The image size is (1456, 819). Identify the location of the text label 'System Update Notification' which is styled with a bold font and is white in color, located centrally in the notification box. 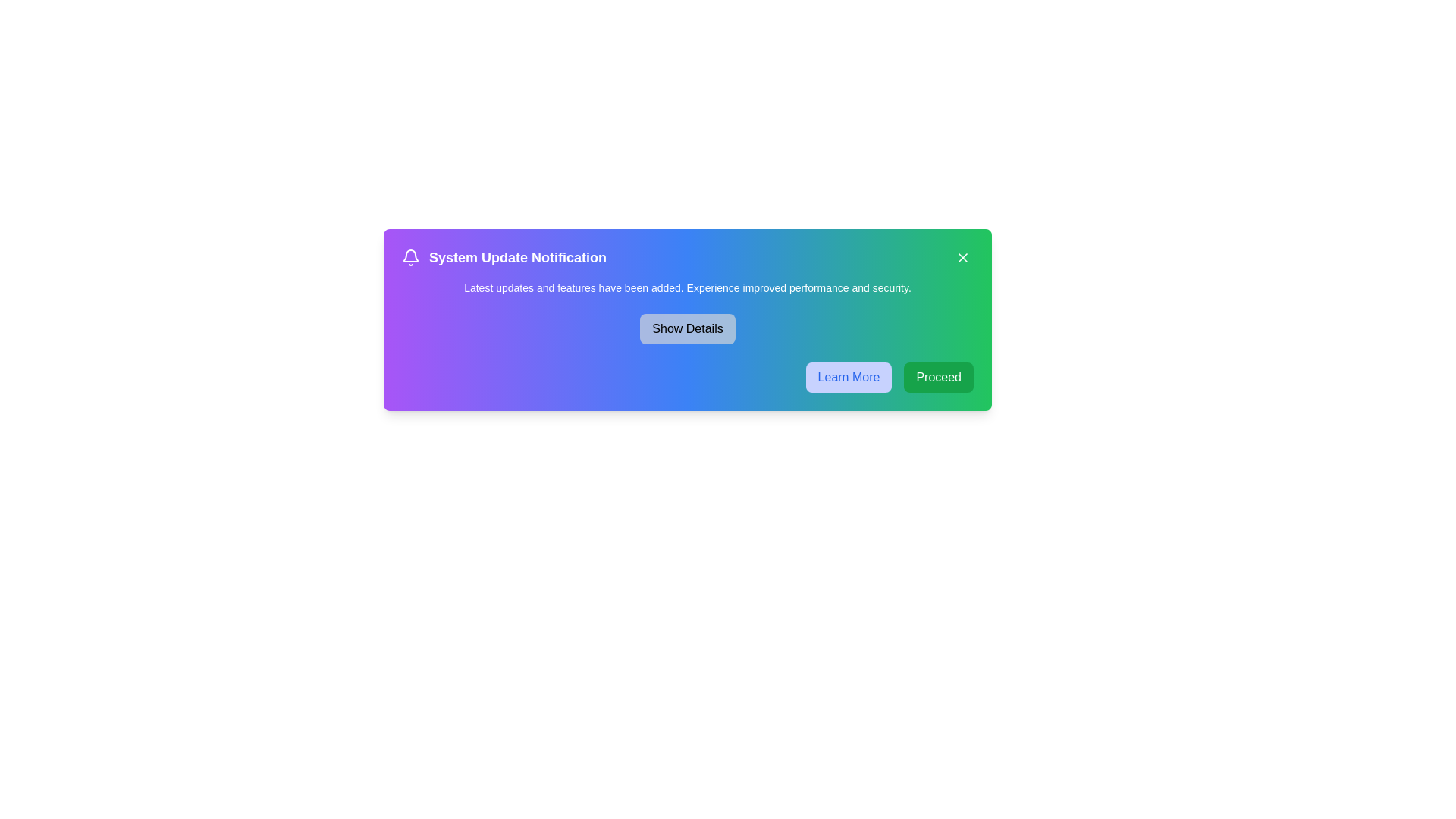
(517, 256).